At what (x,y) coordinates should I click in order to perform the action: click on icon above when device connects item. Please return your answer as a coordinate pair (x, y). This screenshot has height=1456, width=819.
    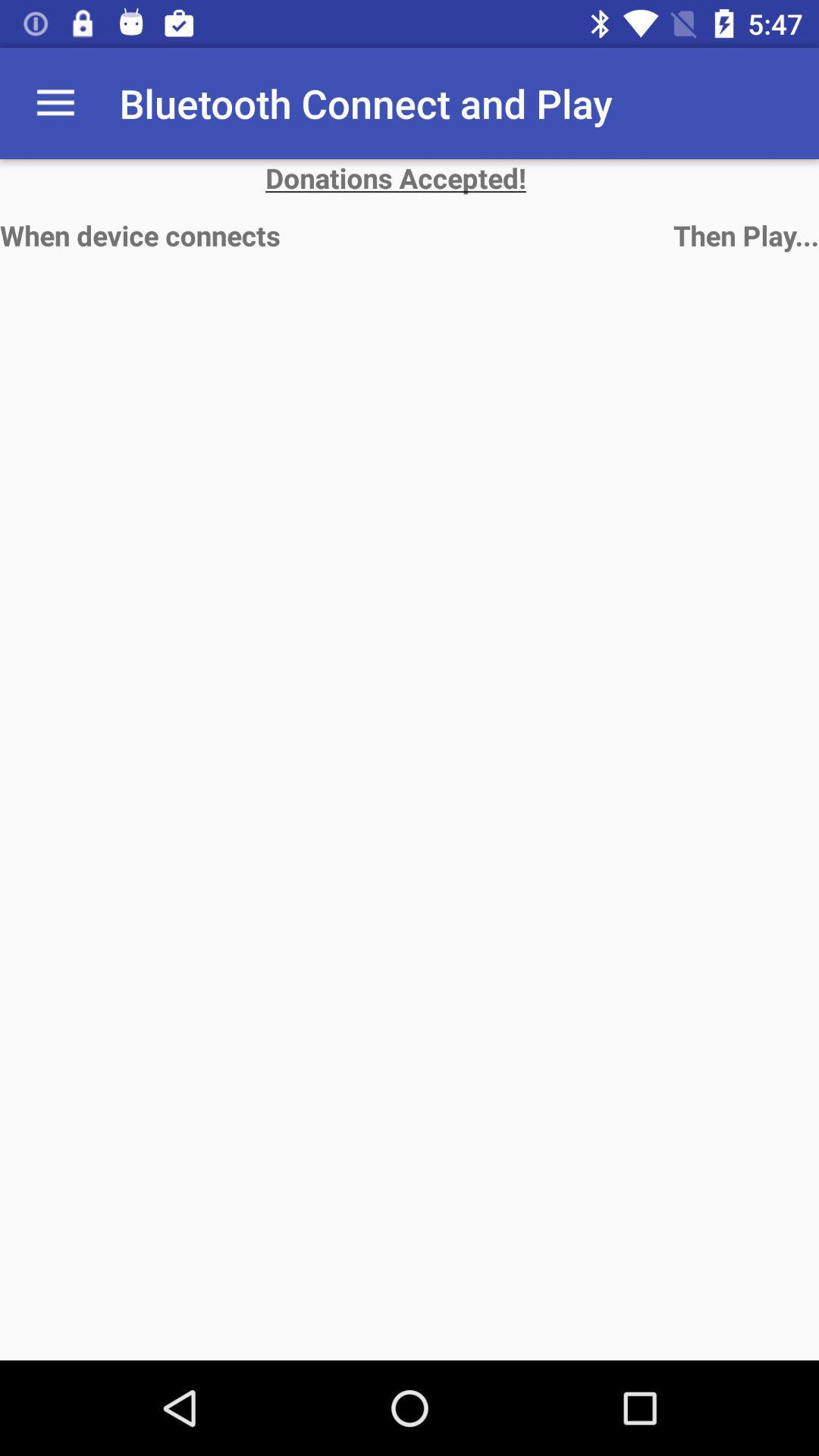
    Looking at the image, I should click on (409, 177).